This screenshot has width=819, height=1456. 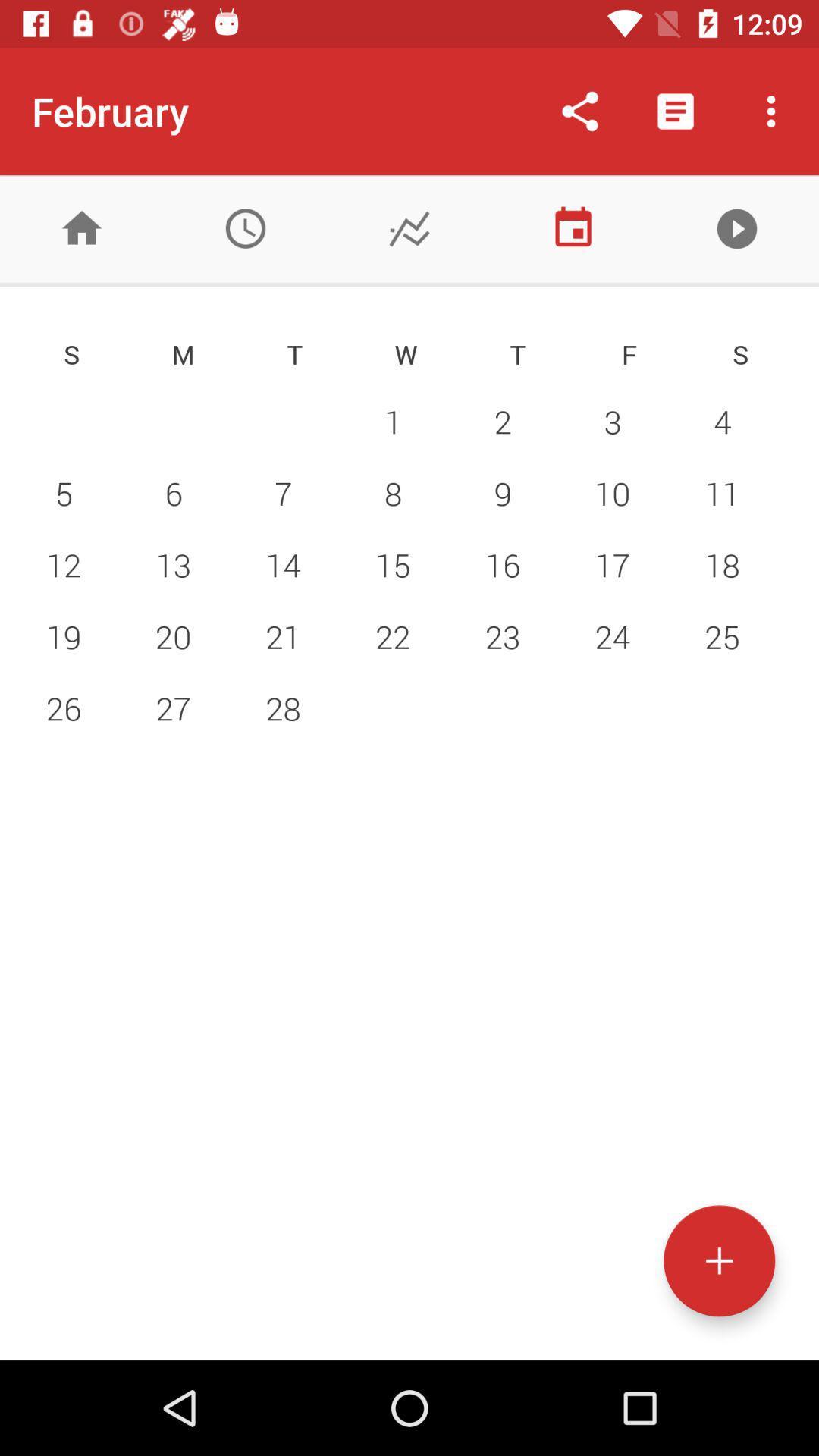 I want to click on workout reminders, so click(x=245, y=227).